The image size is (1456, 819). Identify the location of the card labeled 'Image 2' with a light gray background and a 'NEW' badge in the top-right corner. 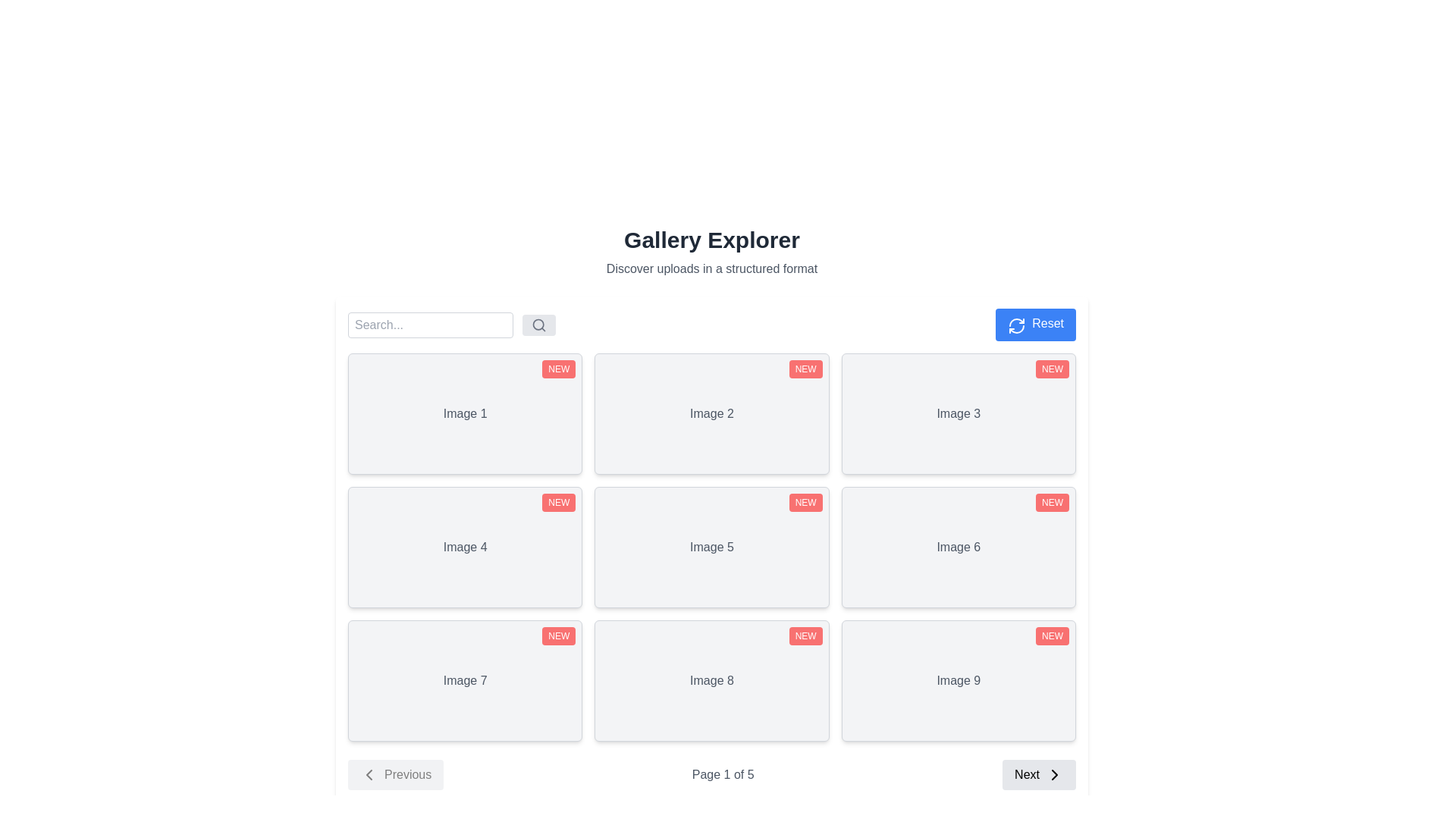
(711, 414).